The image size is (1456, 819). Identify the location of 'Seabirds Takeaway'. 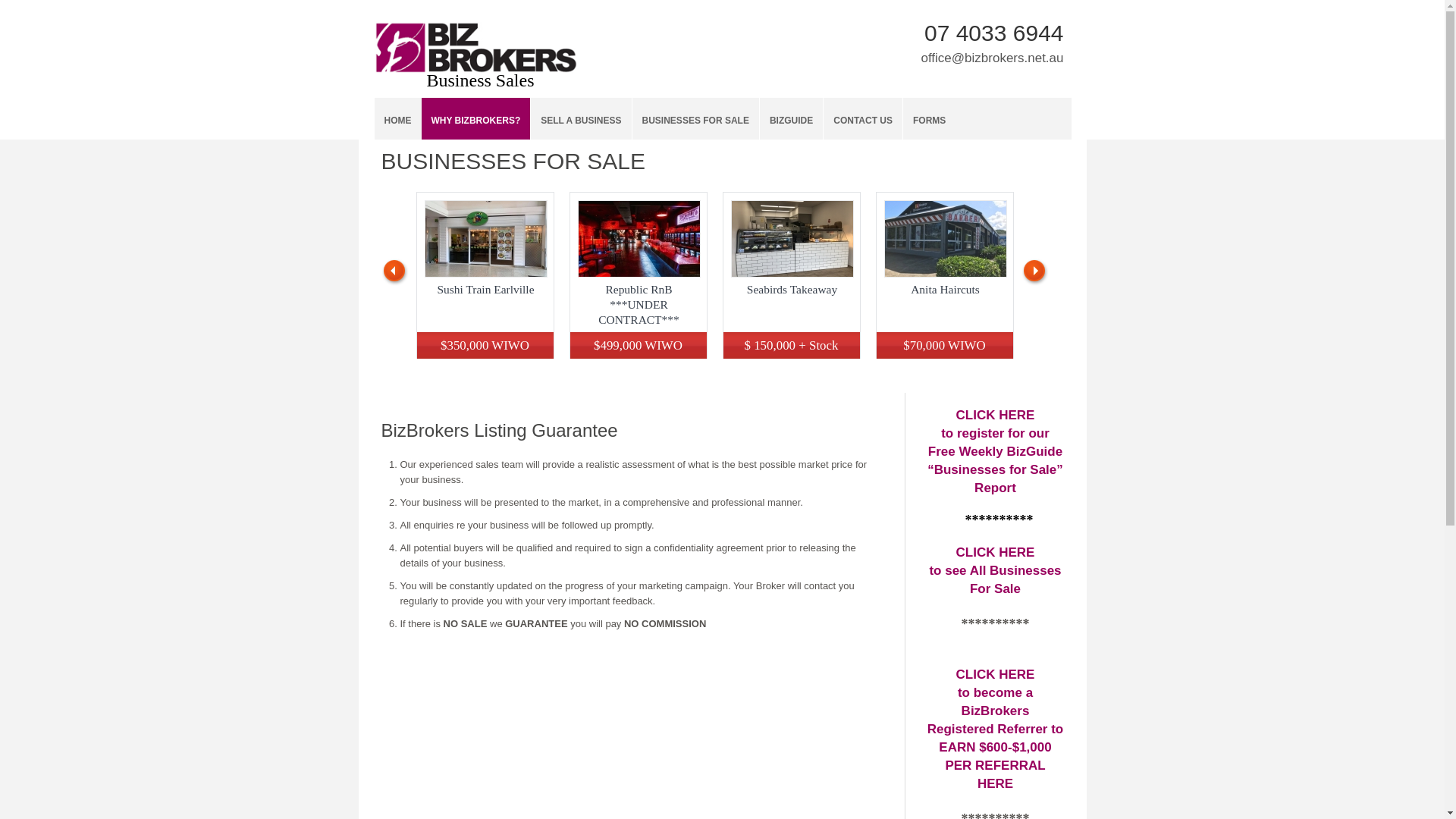
(792, 239).